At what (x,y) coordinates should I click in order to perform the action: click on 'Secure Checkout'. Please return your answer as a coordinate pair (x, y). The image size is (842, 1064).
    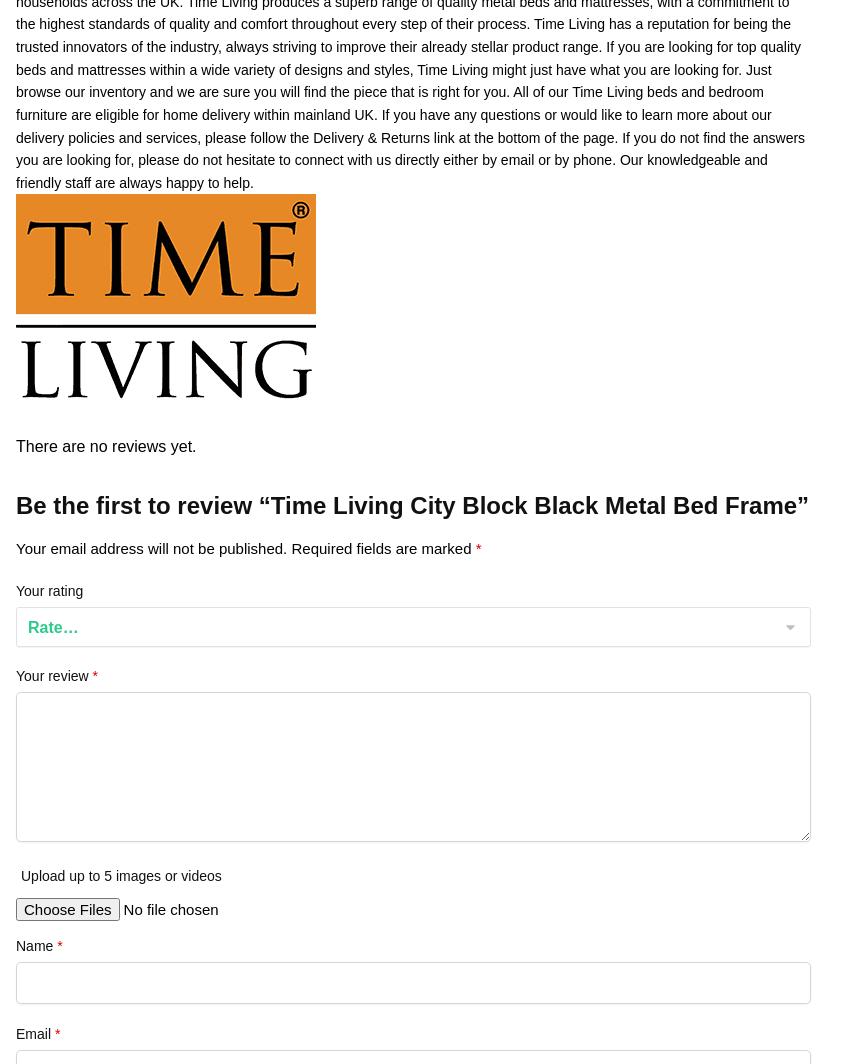
    Looking at the image, I should click on (67, 758).